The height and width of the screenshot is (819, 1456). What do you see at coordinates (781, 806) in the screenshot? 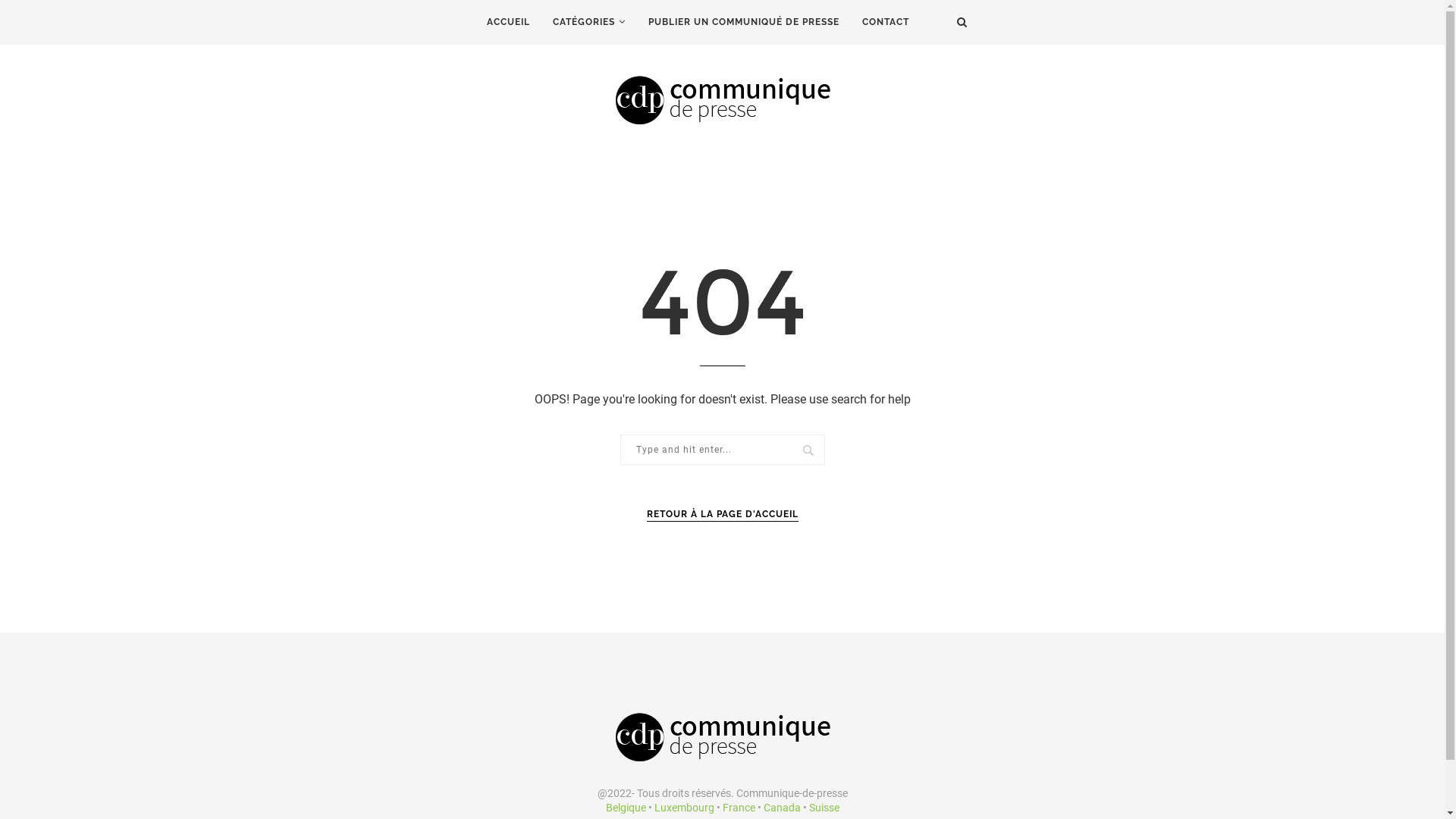
I see `'Canada'` at bounding box center [781, 806].